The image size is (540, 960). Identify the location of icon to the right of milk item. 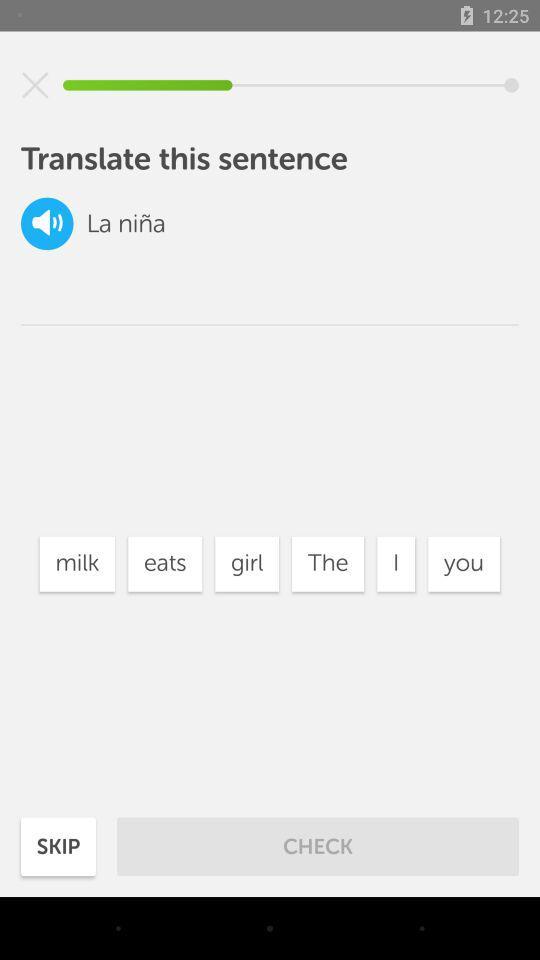
(164, 564).